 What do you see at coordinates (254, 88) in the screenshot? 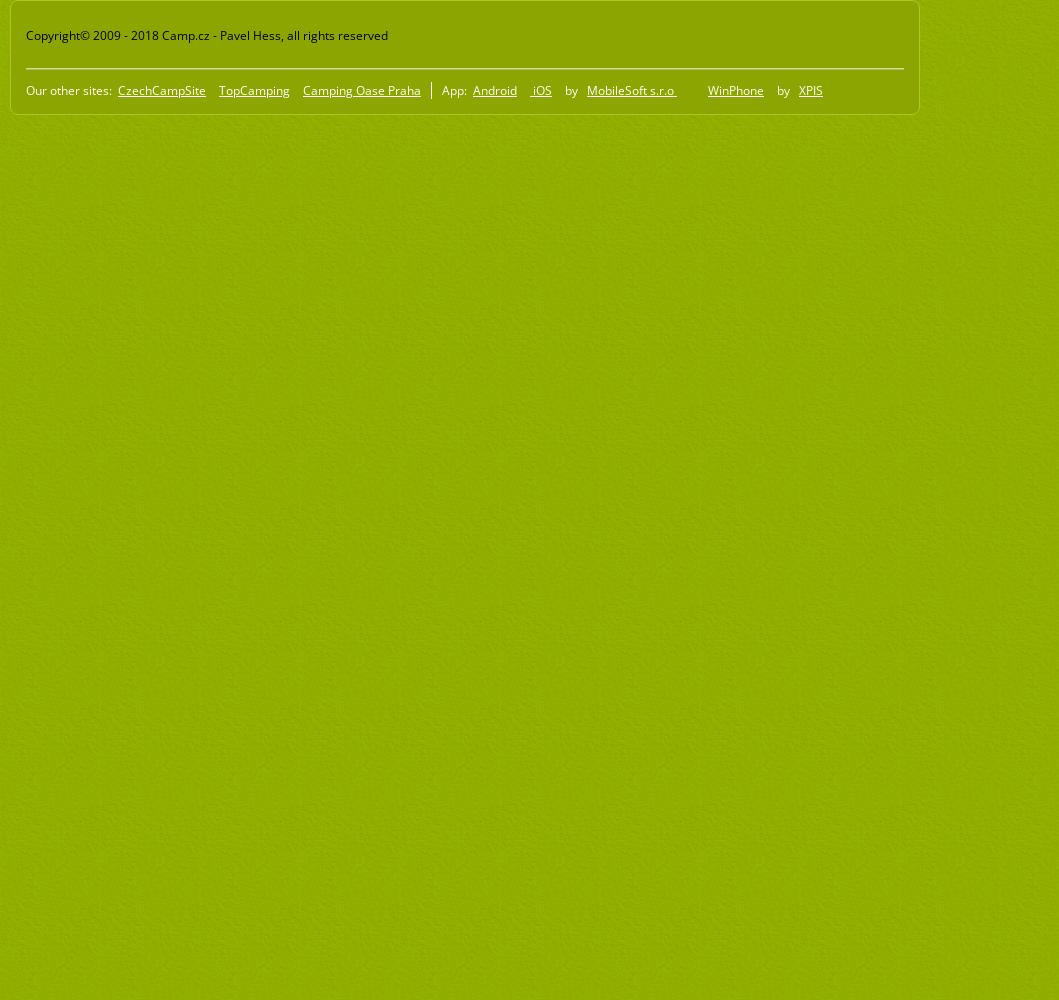
I see `'TopCamping'` at bounding box center [254, 88].